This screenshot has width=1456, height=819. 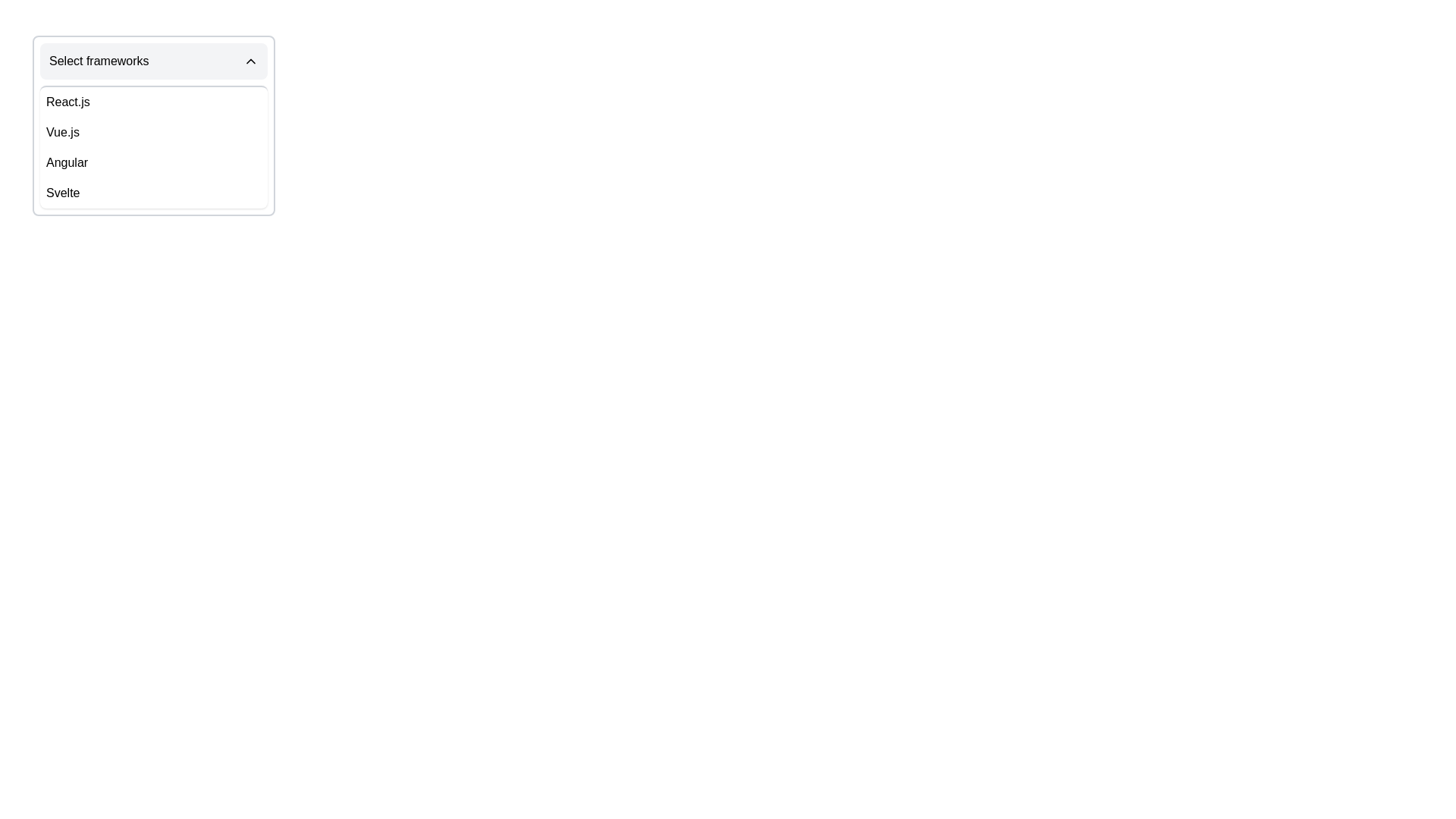 I want to click on the fourth item in the dropdown menu, so click(x=153, y=192).